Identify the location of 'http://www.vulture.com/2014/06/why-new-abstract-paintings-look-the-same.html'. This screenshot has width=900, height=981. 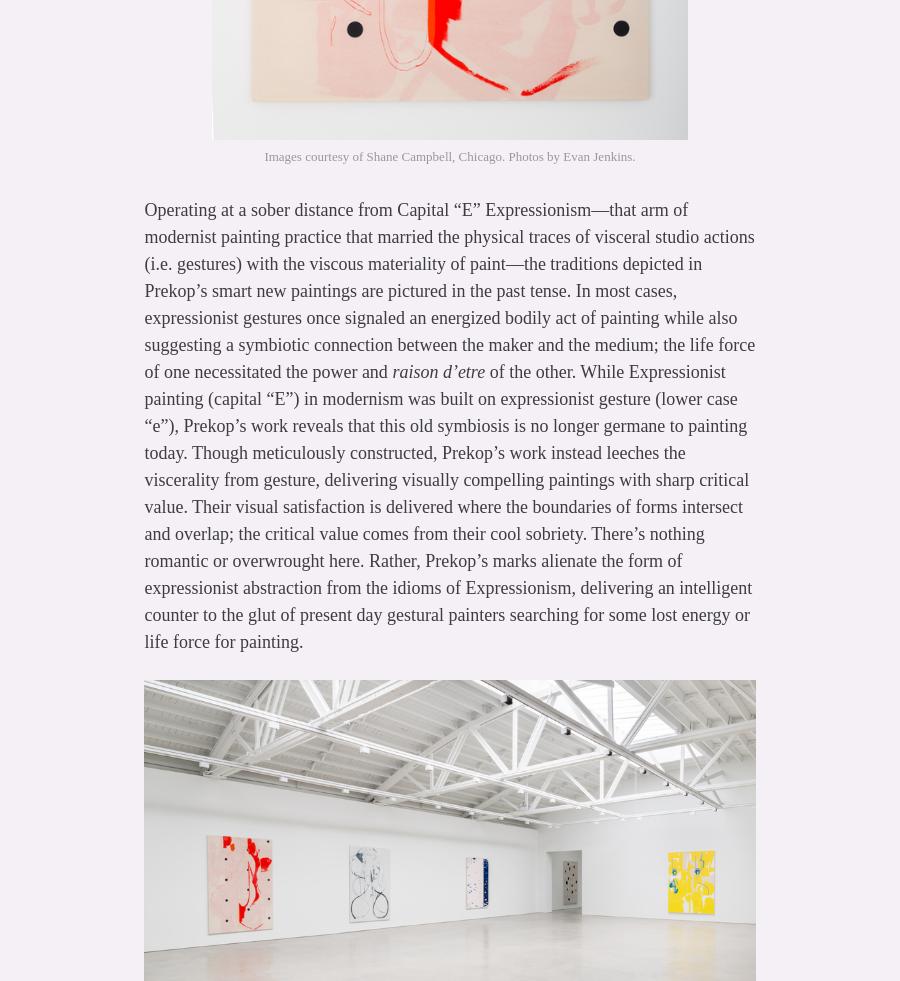
(399, 784).